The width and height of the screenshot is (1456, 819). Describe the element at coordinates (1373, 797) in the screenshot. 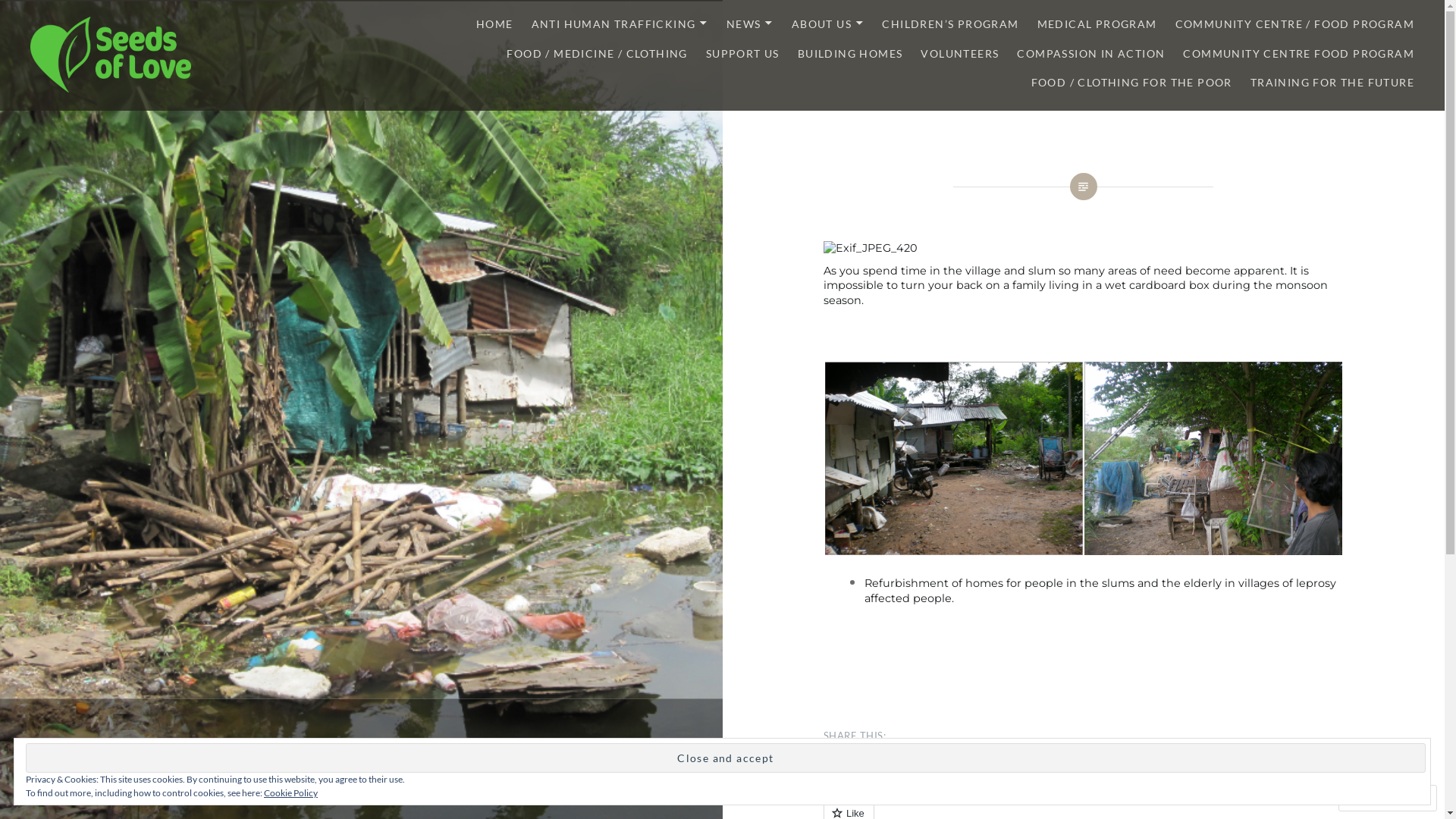

I see `'Follow'` at that location.